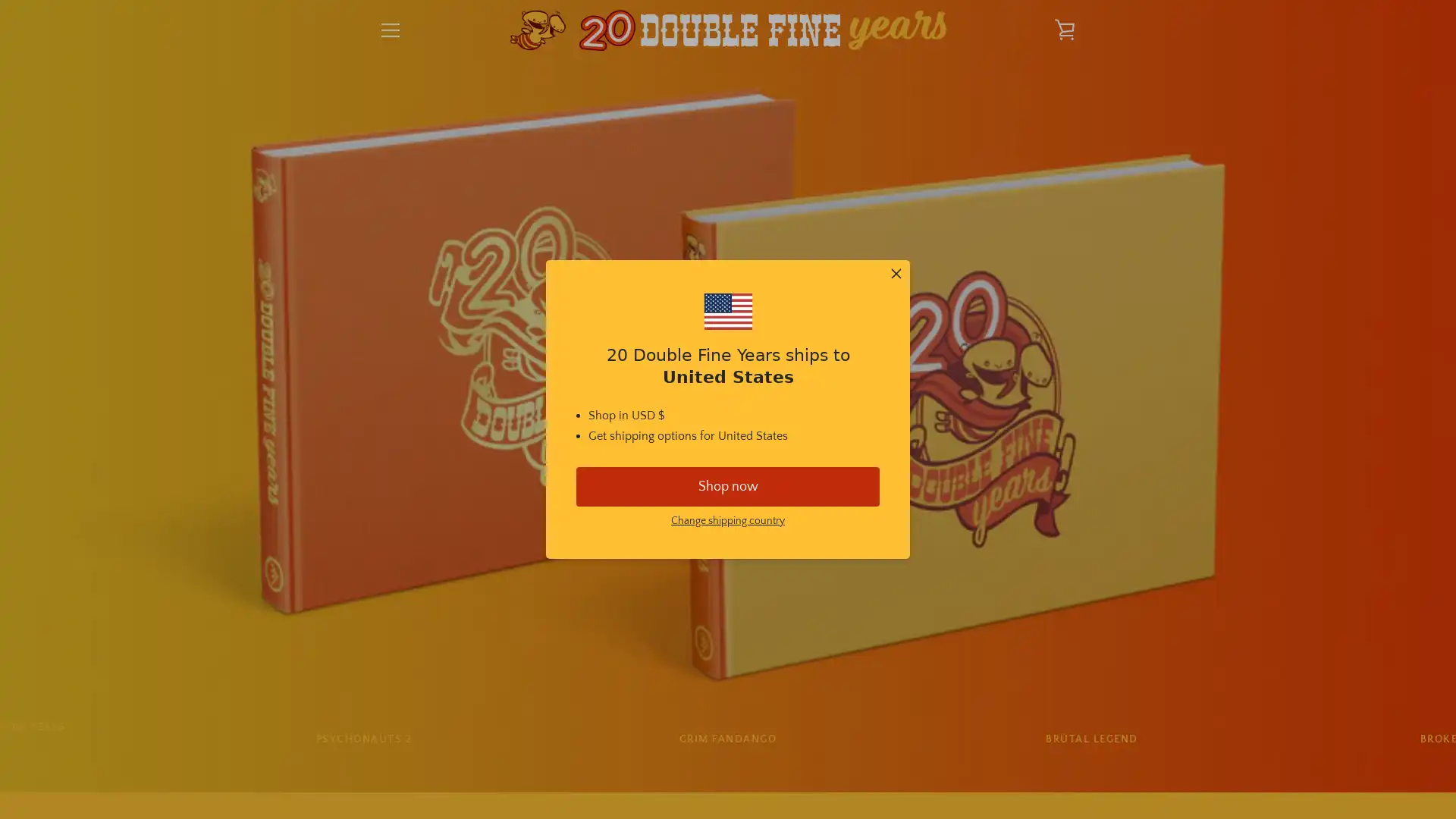  I want to click on SLIDE 3 GRIM FANDANGO, so click(726, 739).